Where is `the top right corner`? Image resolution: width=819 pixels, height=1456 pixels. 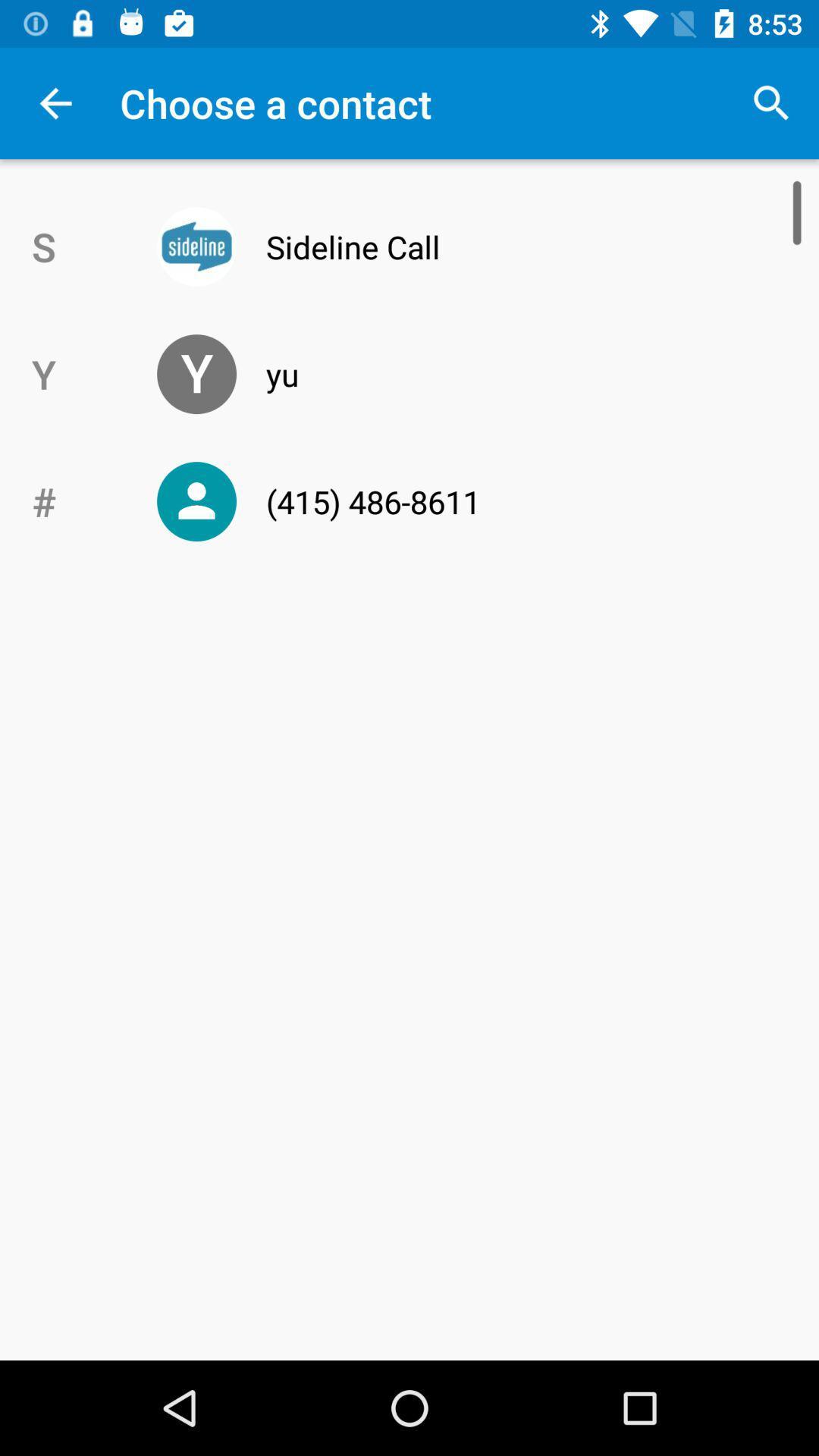
the top right corner is located at coordinates (771, 103).